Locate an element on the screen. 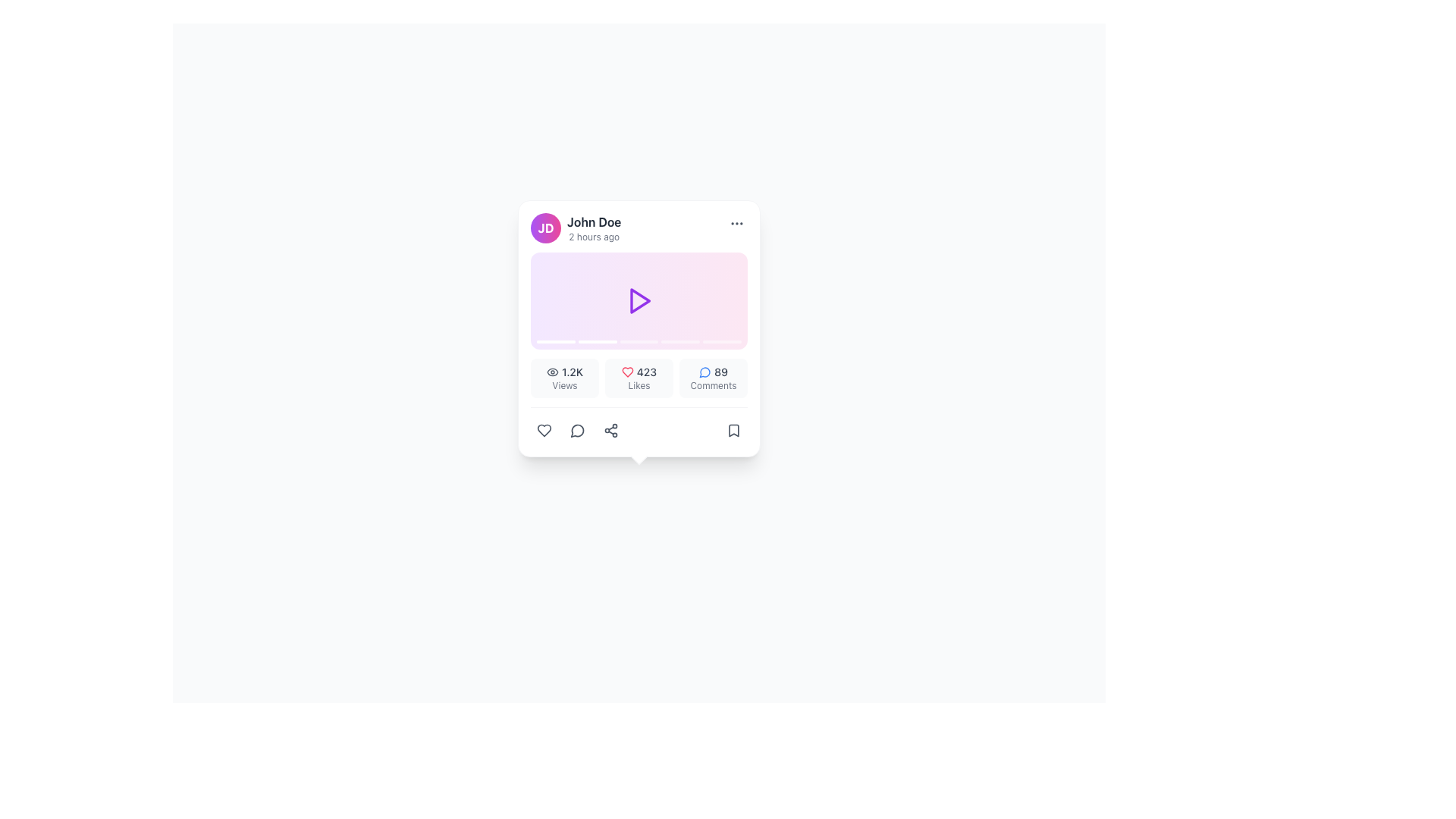 This screenshot has width=1456, height=819. the Interactive media thumbnail, which serves as a button to trigger video playback is located at coordinates (639, 301).